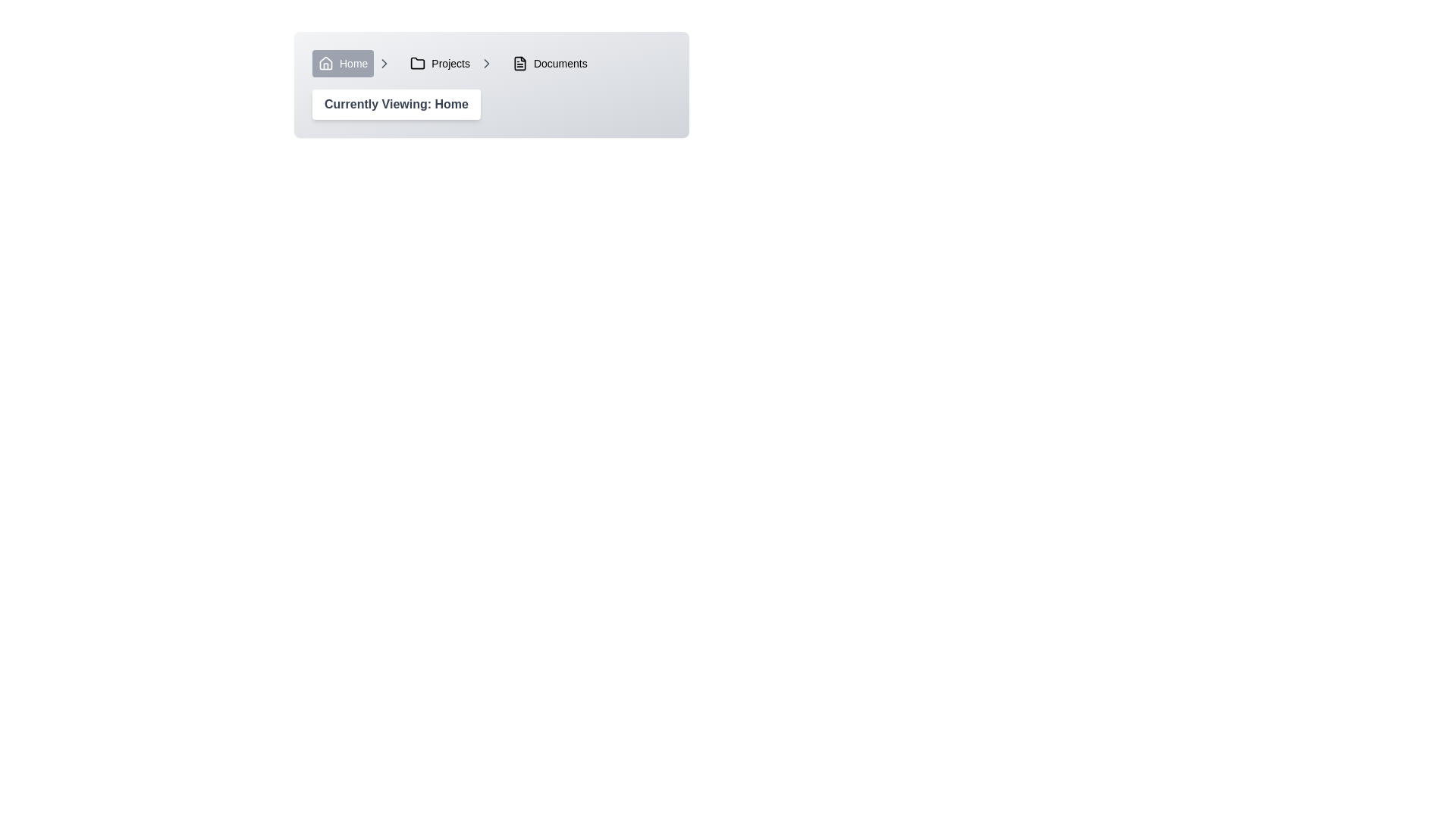  I want to click on the breadcrumb navigation icon that indicates progression to the next item, located between the 'Home' label and the next breadcrumb item, so click(384, 63).